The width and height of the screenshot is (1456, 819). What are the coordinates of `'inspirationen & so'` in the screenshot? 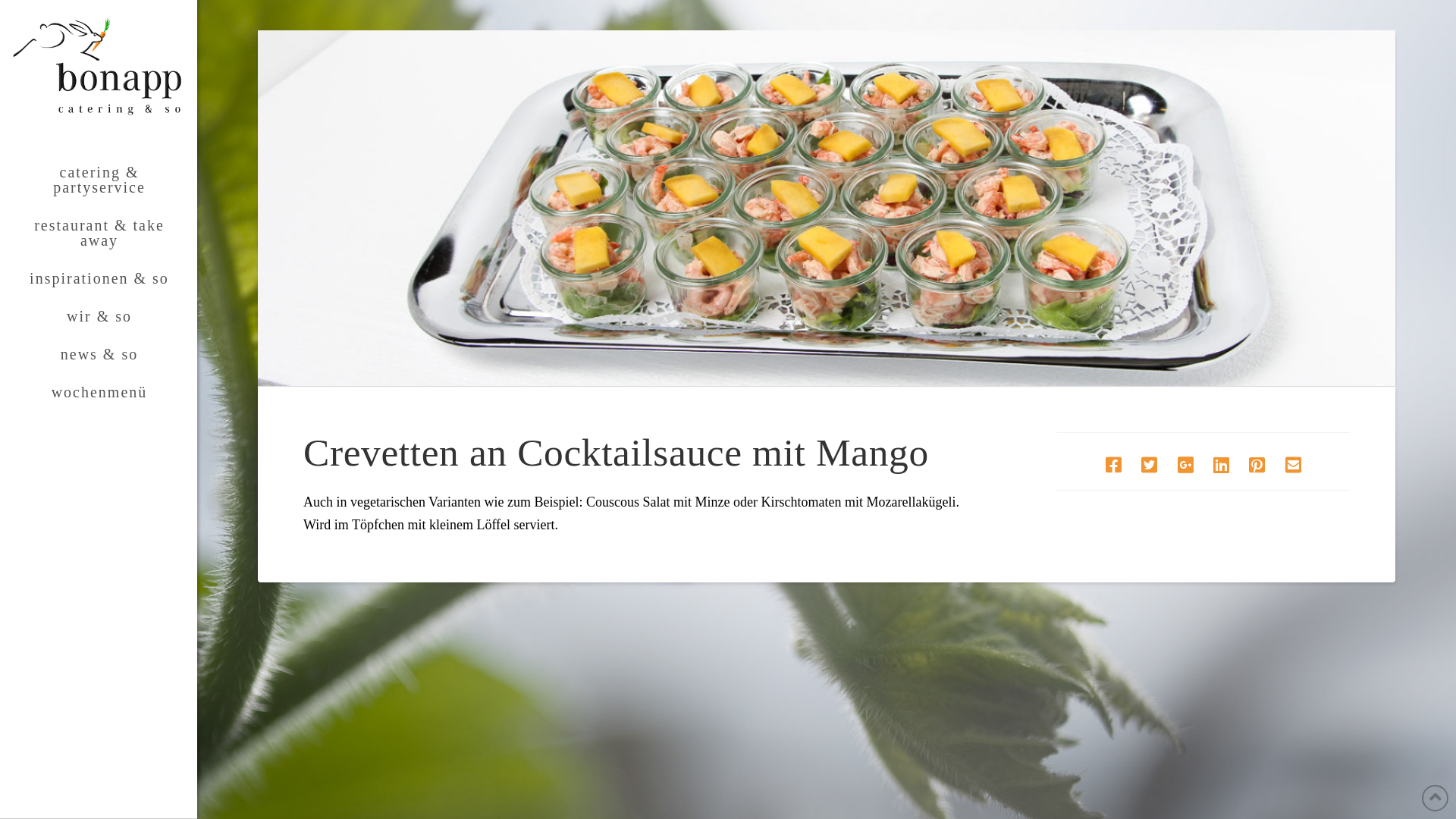 It's located at (97, 278).